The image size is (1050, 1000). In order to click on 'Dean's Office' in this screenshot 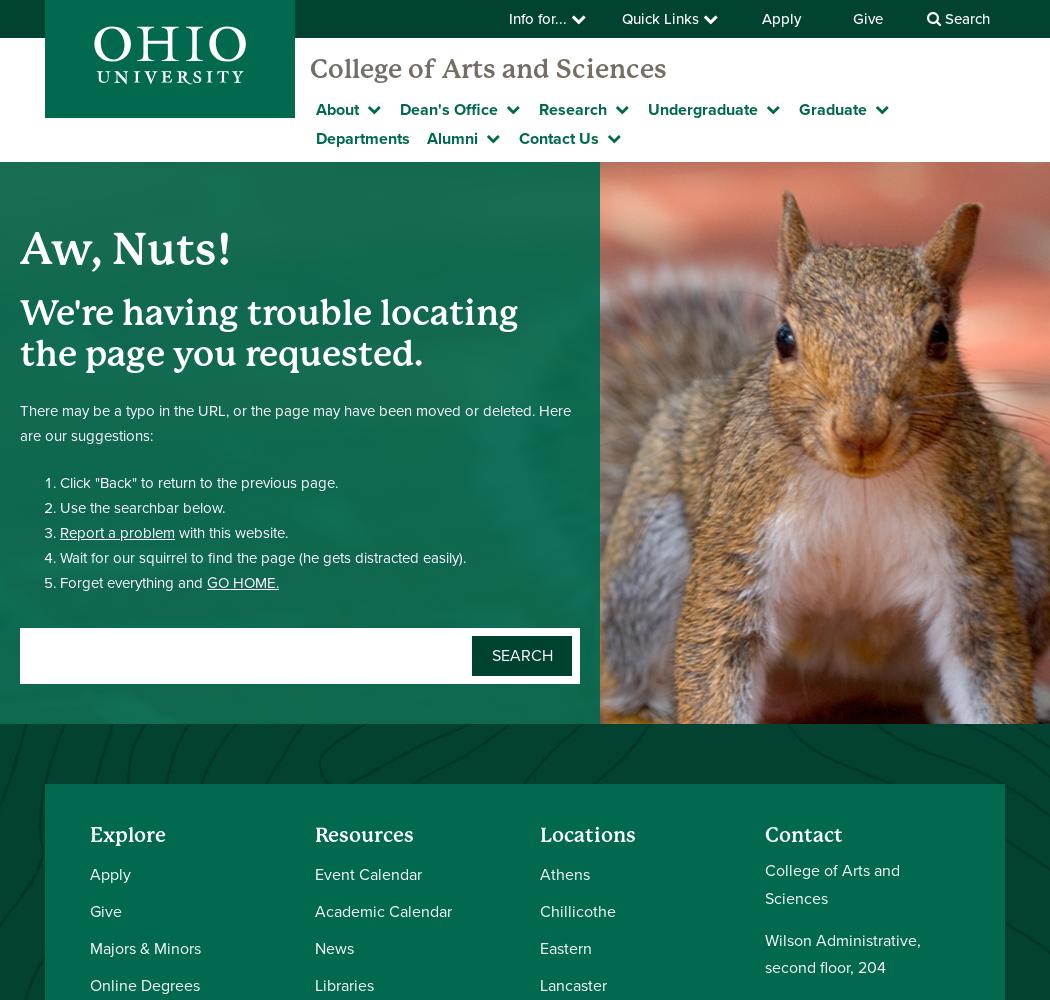, I will do `click(447, 109)`.